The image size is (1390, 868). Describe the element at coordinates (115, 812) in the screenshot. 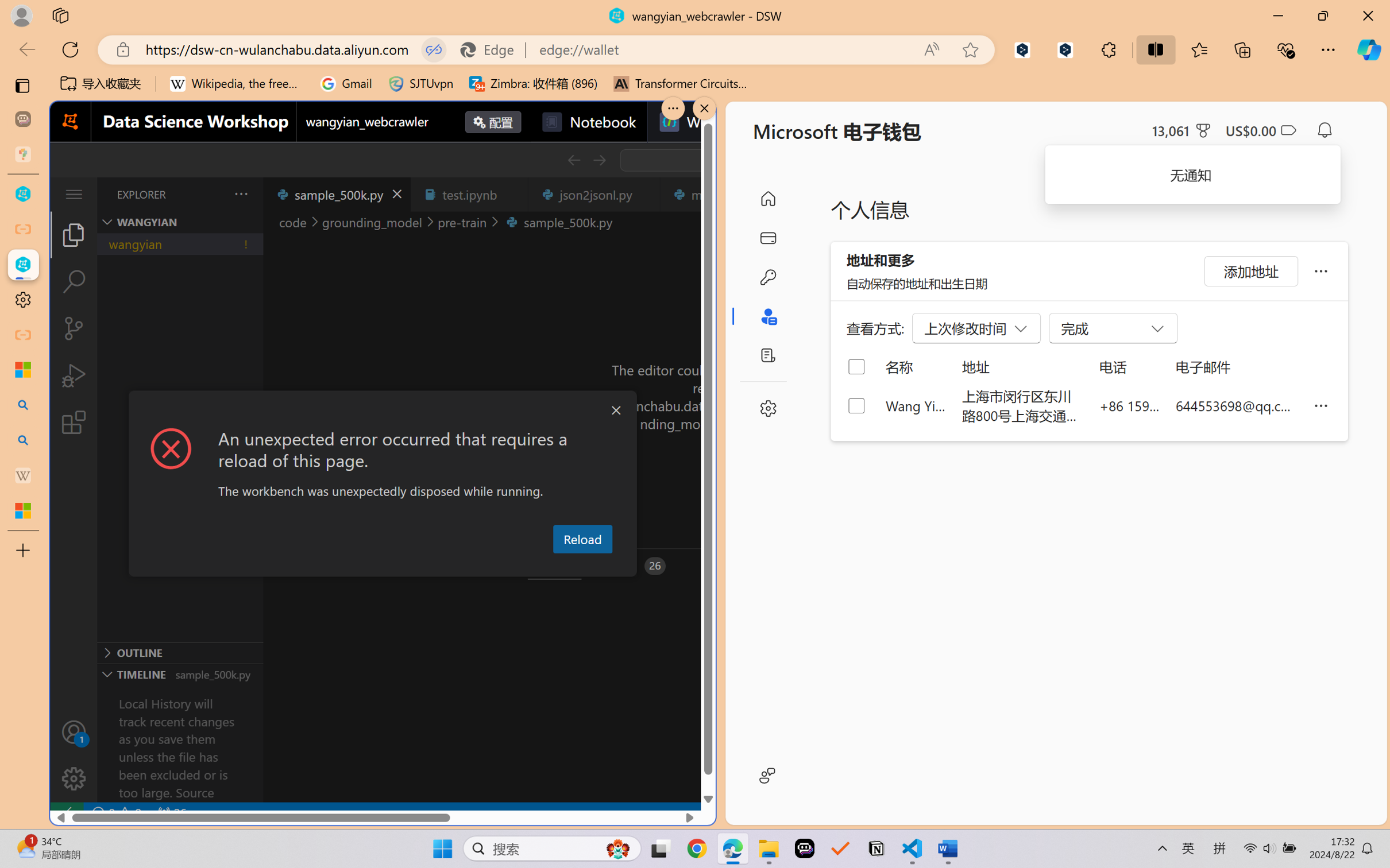

I see `'No Problems'` at that location.